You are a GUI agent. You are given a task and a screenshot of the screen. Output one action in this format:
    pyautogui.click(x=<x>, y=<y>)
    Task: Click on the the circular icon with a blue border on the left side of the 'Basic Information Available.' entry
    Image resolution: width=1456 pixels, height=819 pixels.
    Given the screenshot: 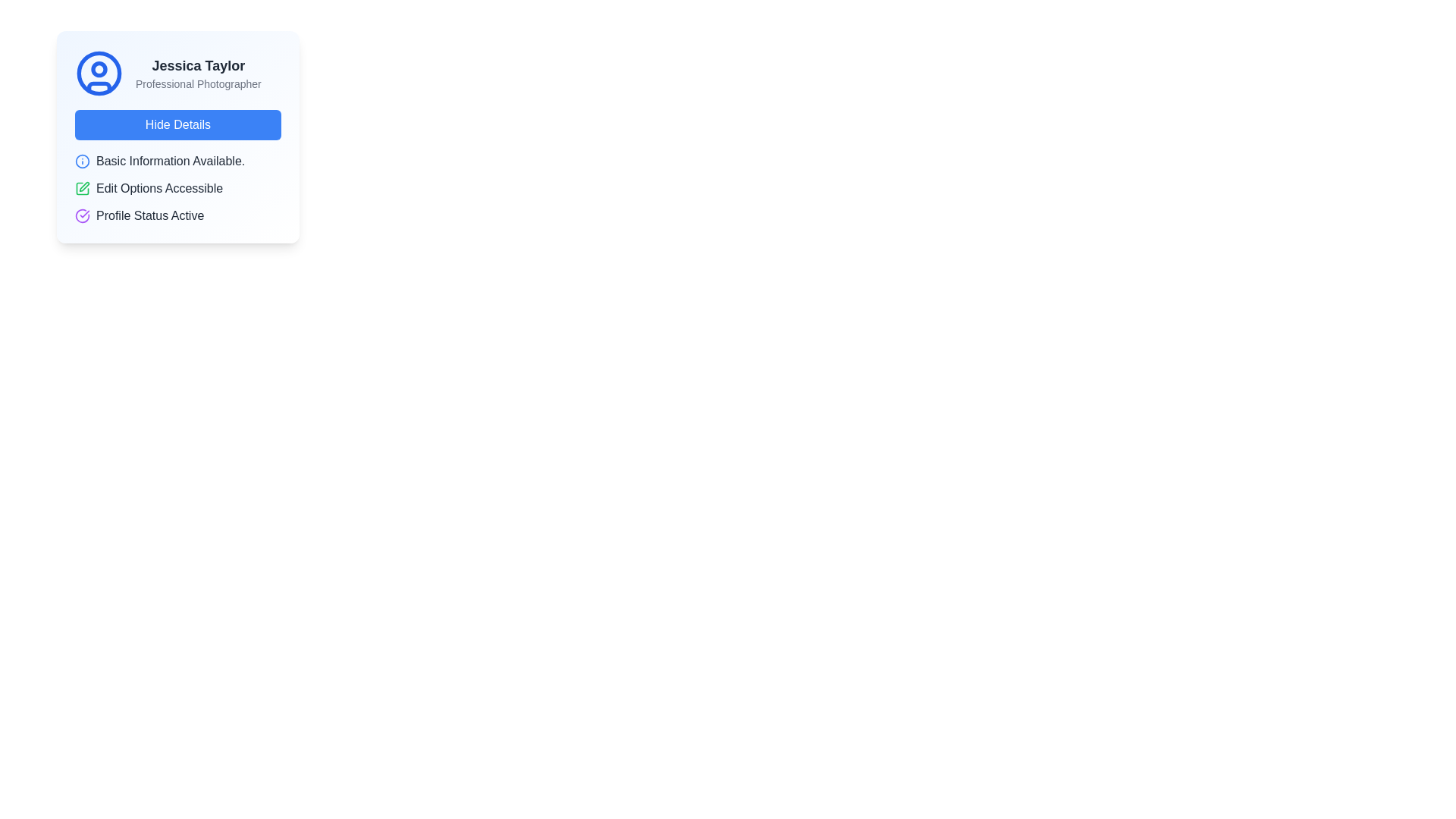 What is the action you would take?
    pyautogui.click(x=82, y=161)
    